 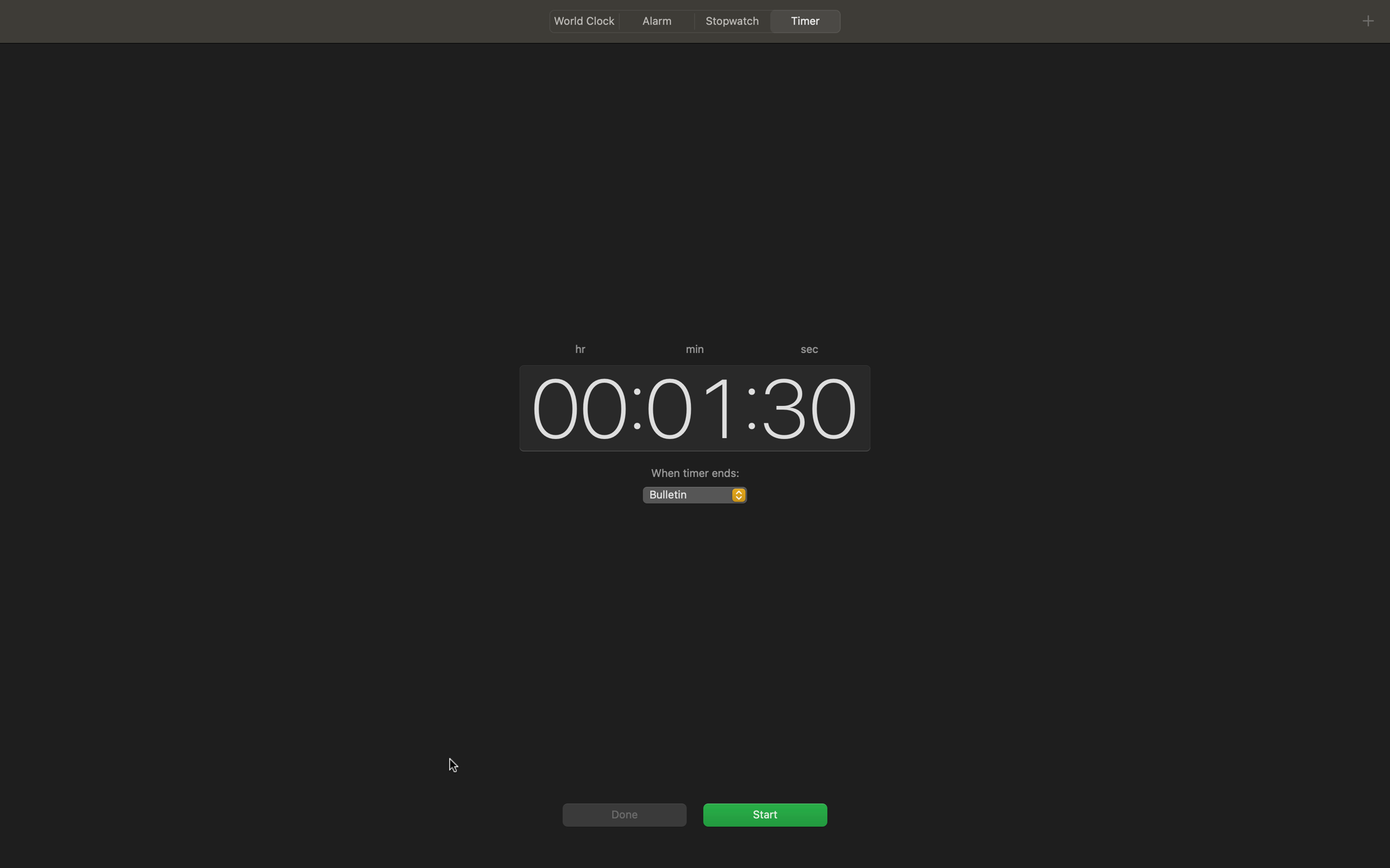 What do you see at coordinates (690, 406) in the screenshot?
I see `Decrease minutes by 5` at bounding box center [690, 406].